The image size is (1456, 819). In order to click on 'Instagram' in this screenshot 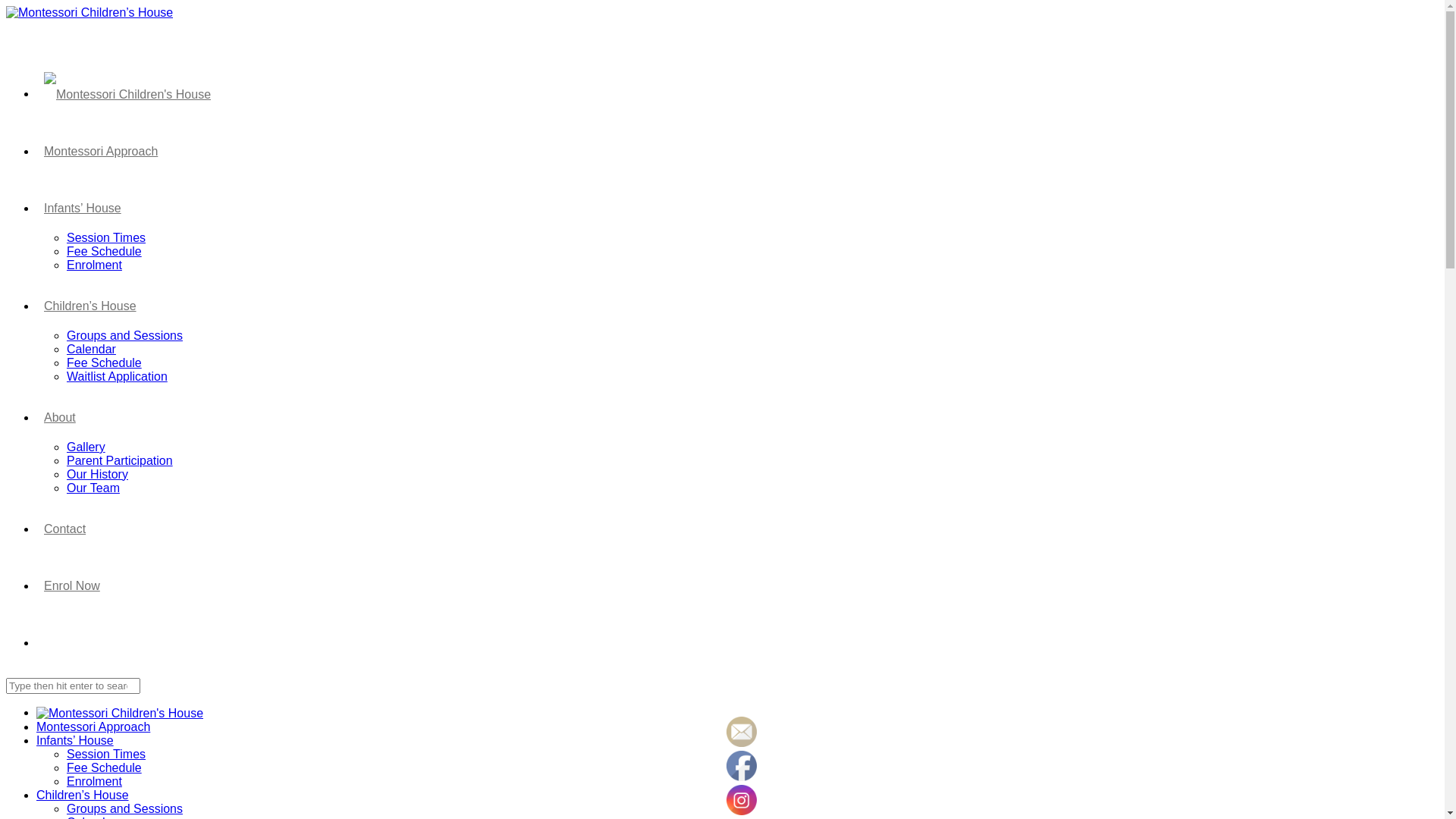, I will do `click(742, 799)`.